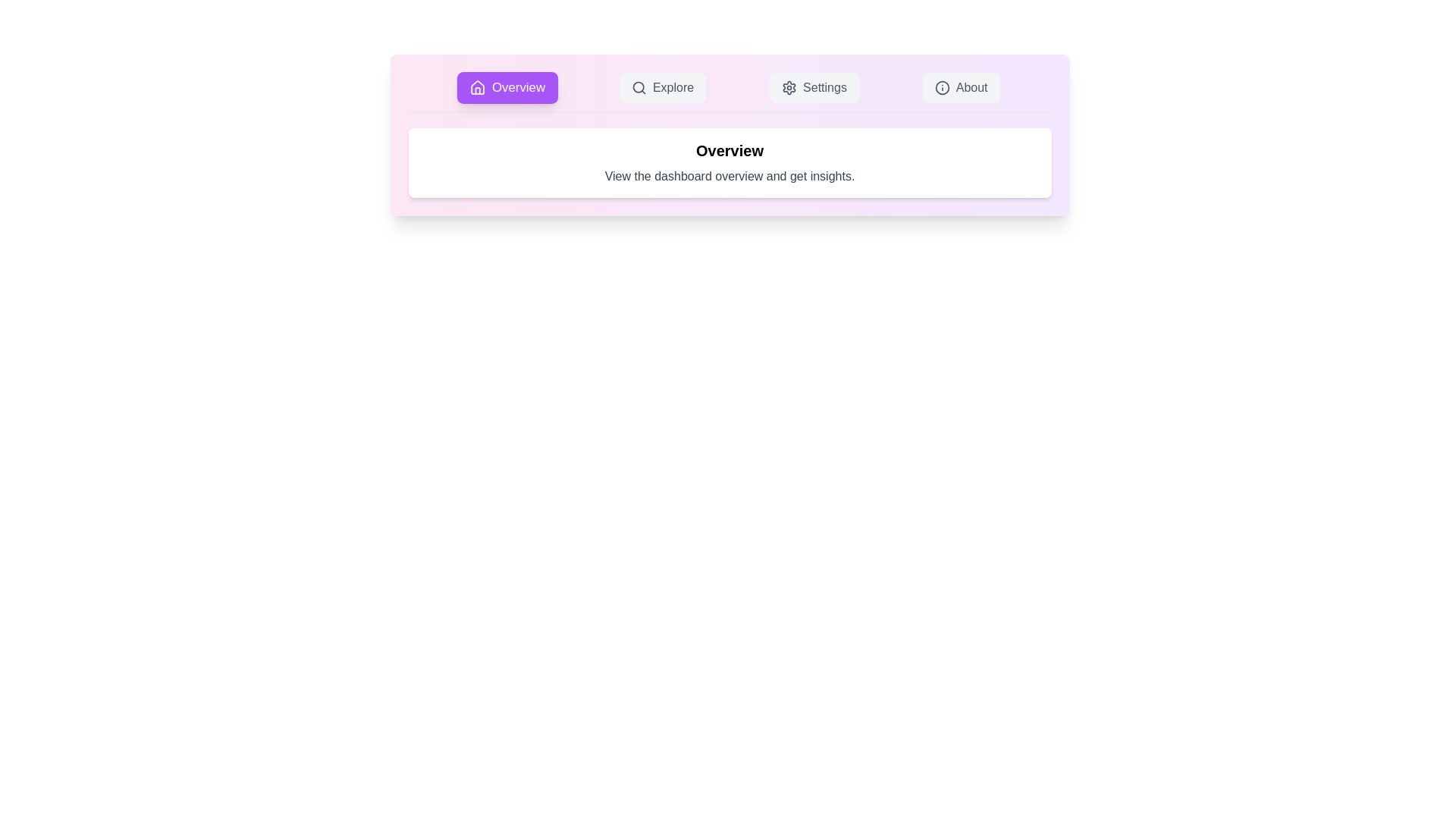 The image size is (1456, 819). I want to click on the Settings tab to view its content, so click(814, 87).